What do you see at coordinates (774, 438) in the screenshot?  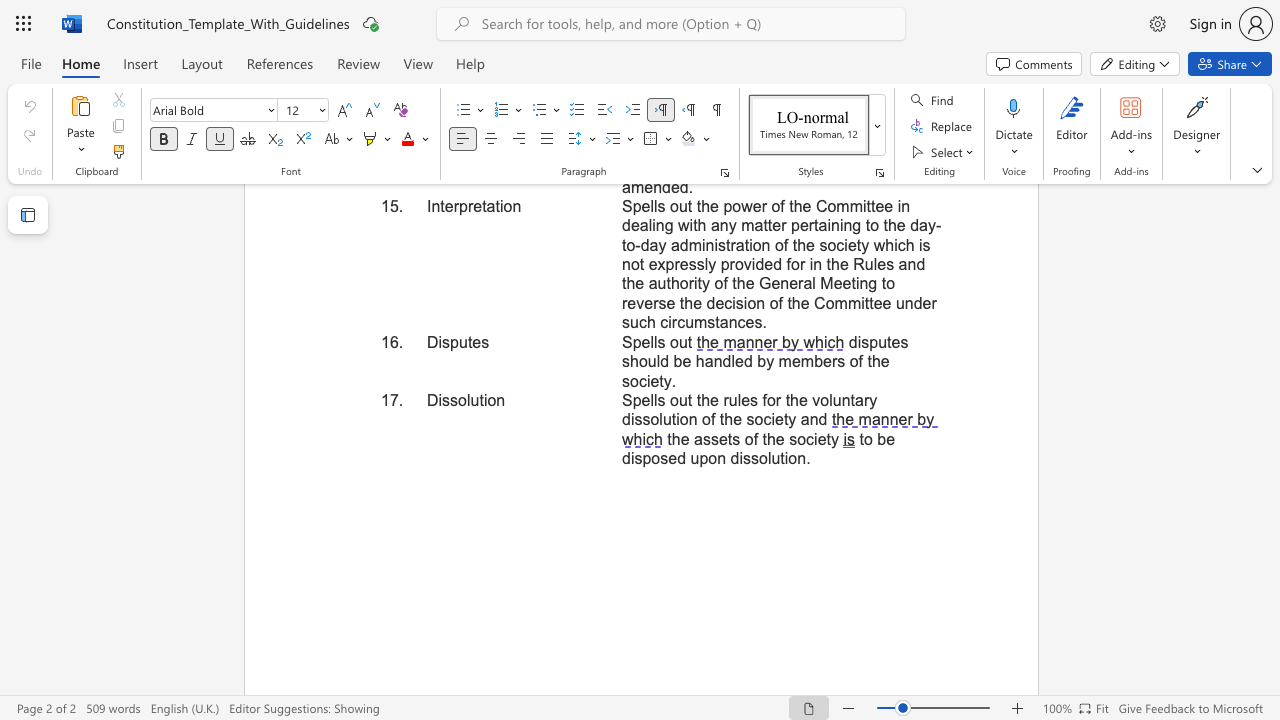 I see `the subset text "e soc" within the text "the assets of the society"` at bounding box center [774, 438].